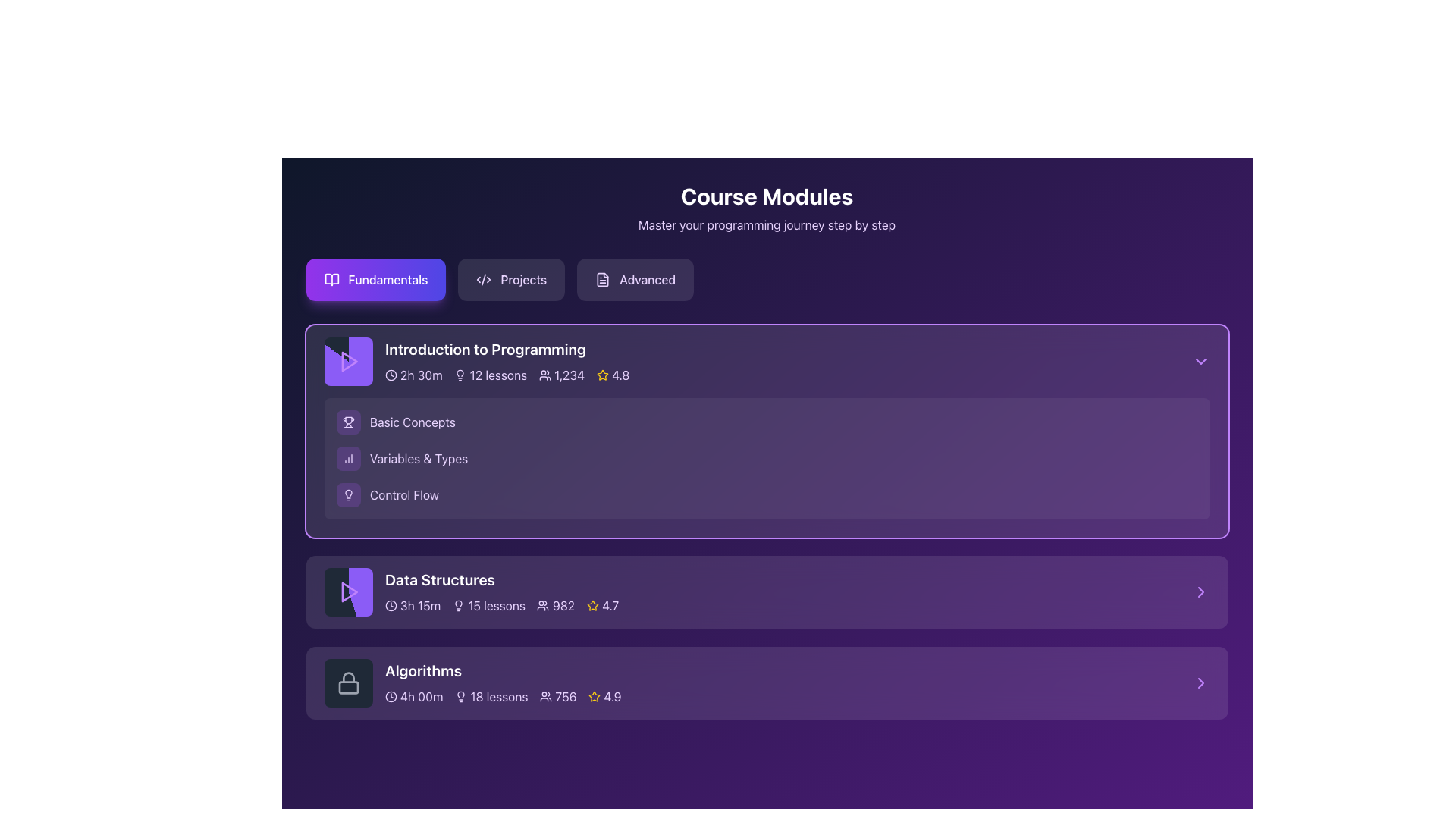 The image size is (1456, 819). What do you see at coordinates (347, 362) in the screenshot?
I see `the play button located to the left of the 'Introduction to Programming' text to trigger any potential animations or tooltips` at bounding box center [347, 362].